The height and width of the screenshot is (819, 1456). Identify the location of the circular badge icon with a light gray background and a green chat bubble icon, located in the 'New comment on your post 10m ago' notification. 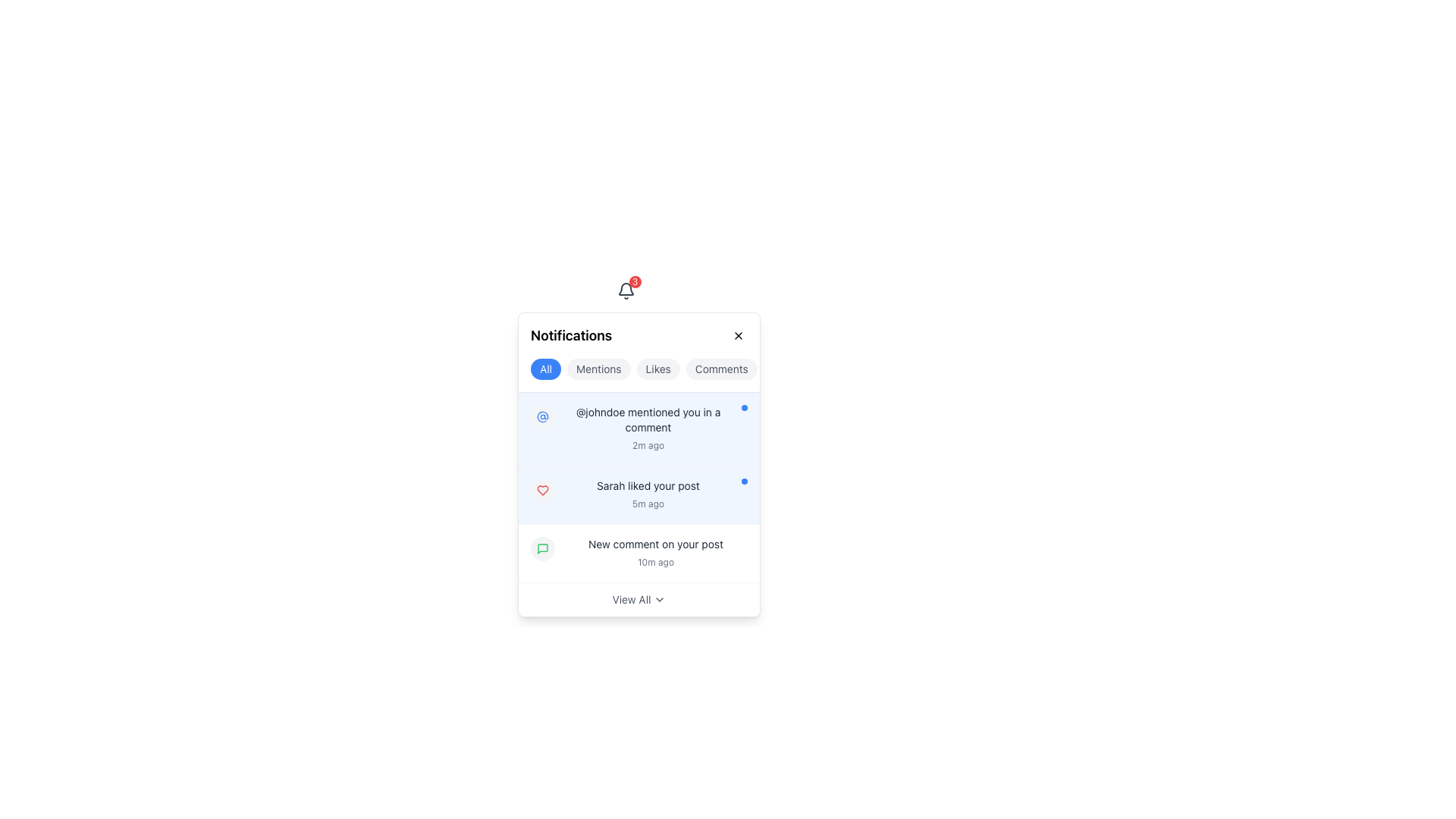
(542, 549).